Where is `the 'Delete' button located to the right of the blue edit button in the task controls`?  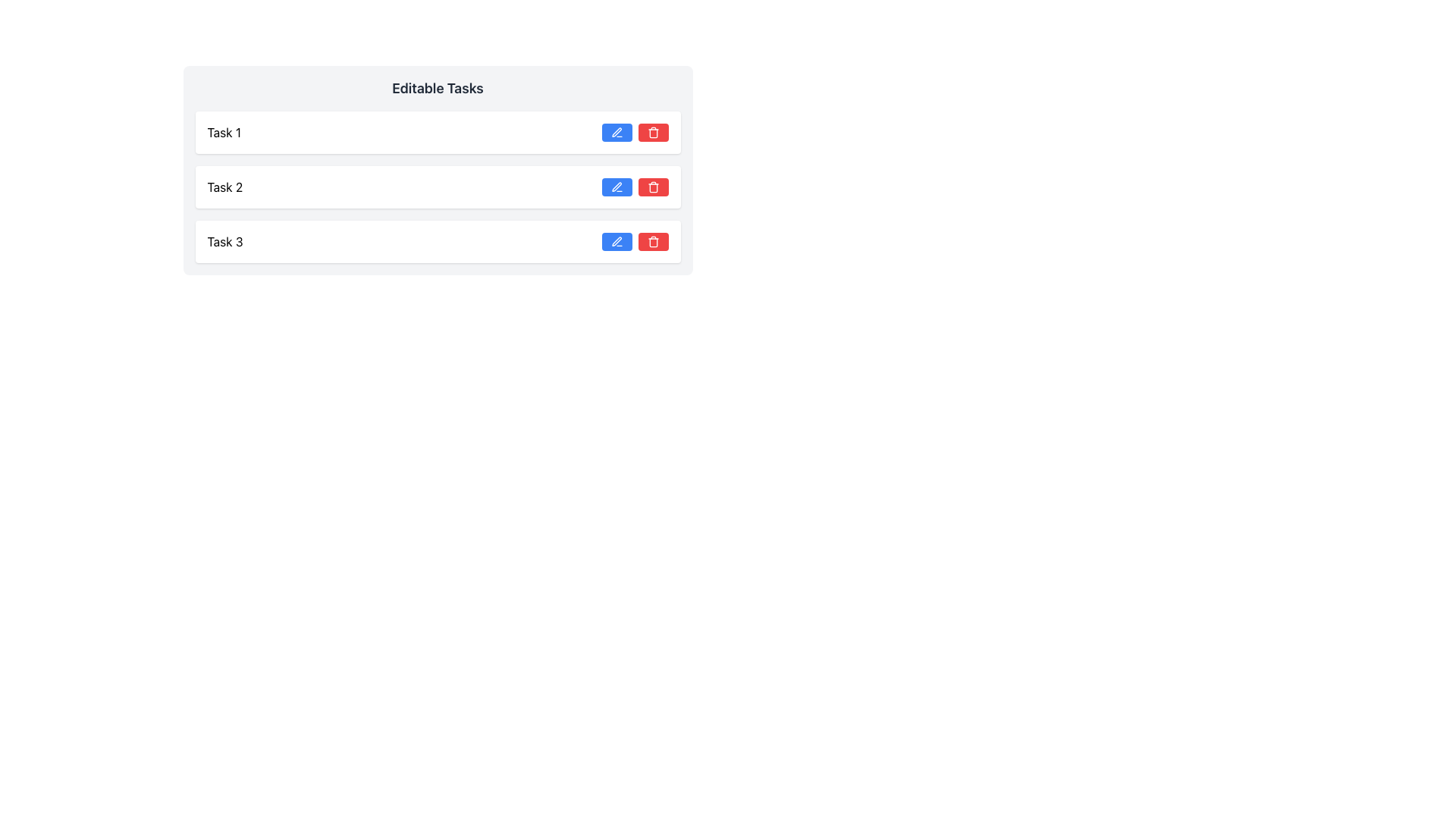 the 'Delete' button located to the right of the blue edit button in the task controls is located at coordinates (653, 131).